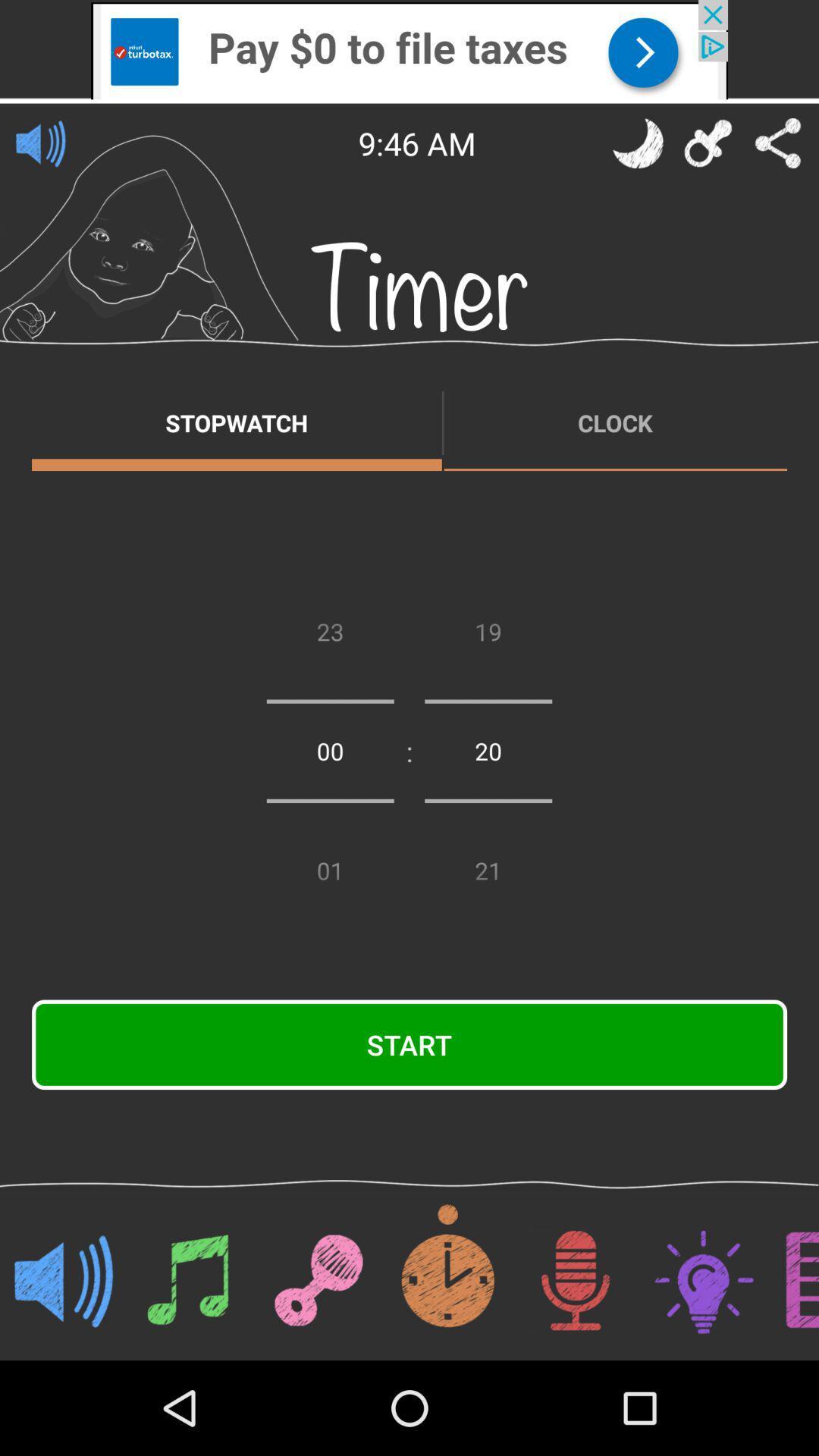 Image resolution: width=819 pixels, height=1456 pixels. What do you see at coordinates (778, 143) in the screenshot?
I see `share` at bounding box center [778, 143].